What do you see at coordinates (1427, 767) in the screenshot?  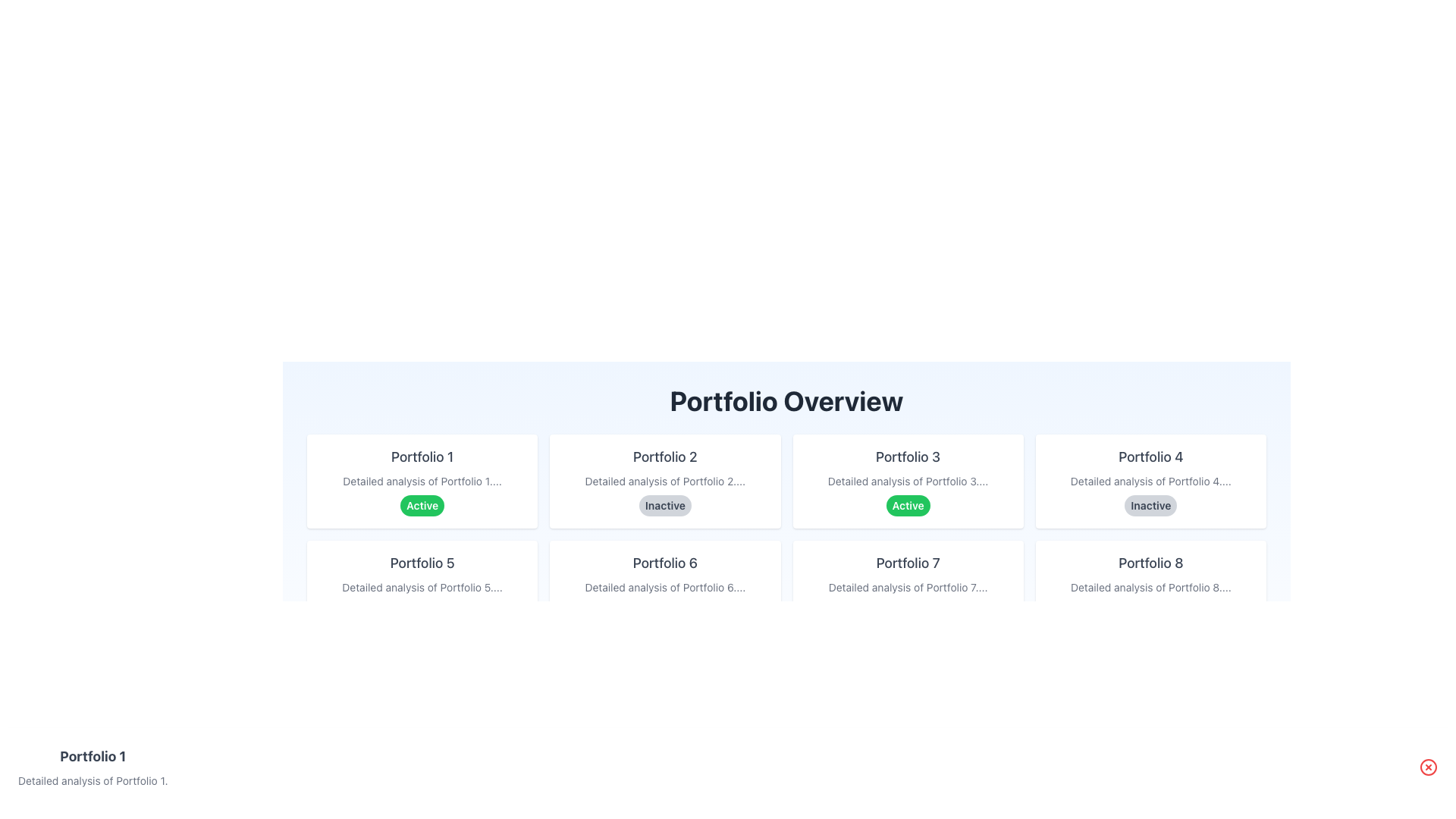 I see `the circular close or cancel icon located in the bottom-right corner of the SVG element` at bounding box center [1427, 767].